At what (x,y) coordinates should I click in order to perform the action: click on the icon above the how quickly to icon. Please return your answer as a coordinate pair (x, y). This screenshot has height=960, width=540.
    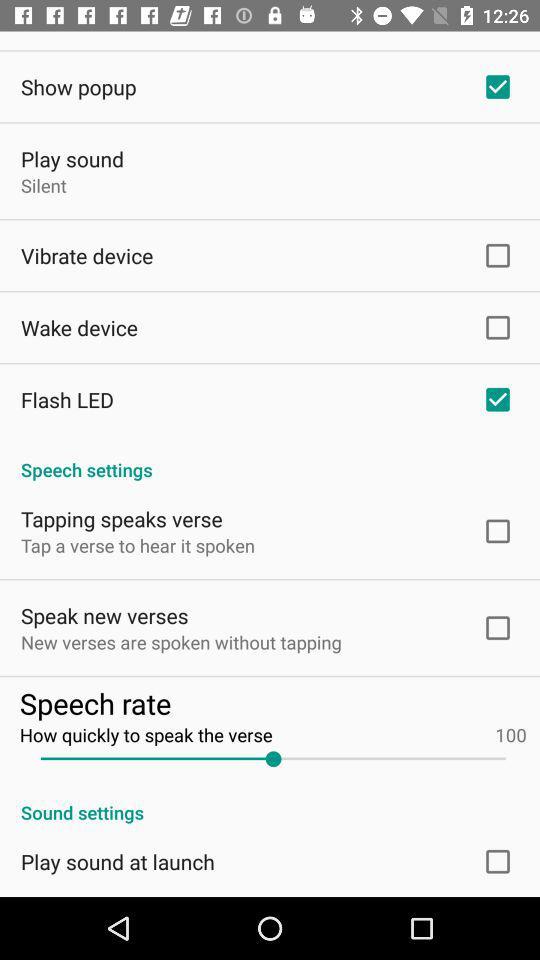
    Looking at the image, I should click on (272, 703).